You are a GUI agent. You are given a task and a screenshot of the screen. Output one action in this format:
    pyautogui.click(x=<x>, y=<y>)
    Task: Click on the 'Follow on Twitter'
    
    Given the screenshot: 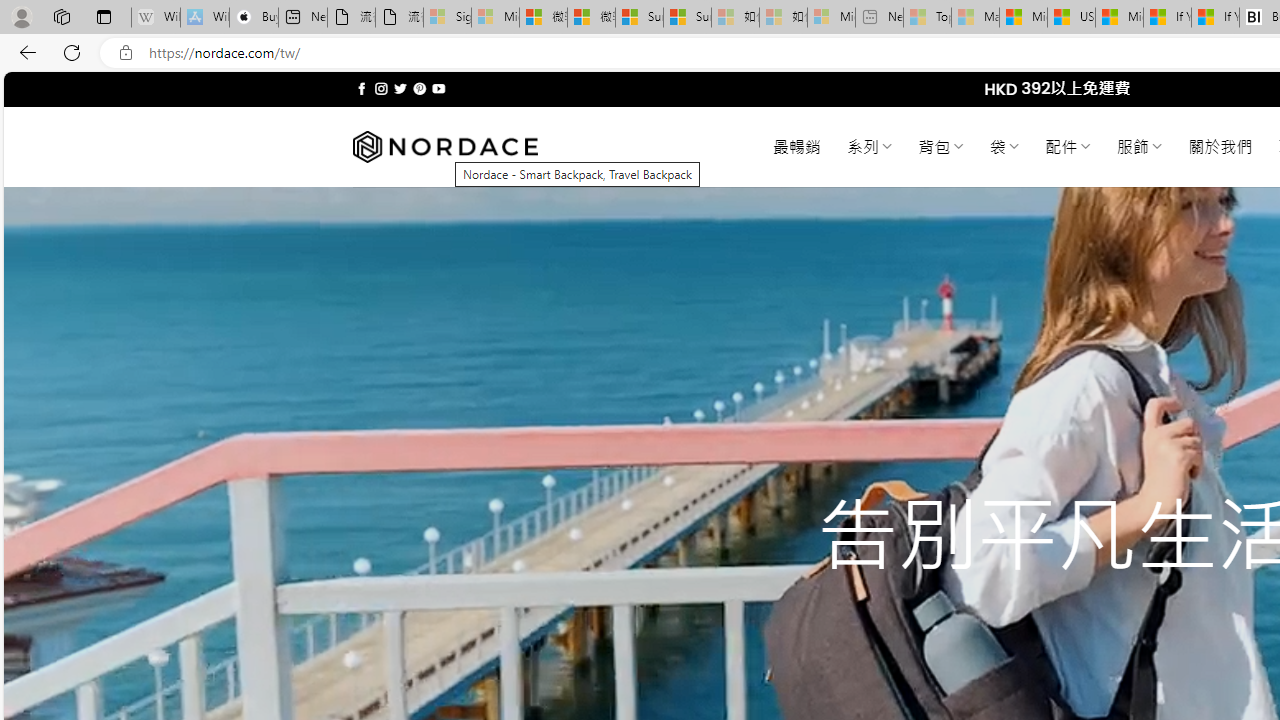 What is the action you would take?
    pyautogui.click(x=400, y=88)
    